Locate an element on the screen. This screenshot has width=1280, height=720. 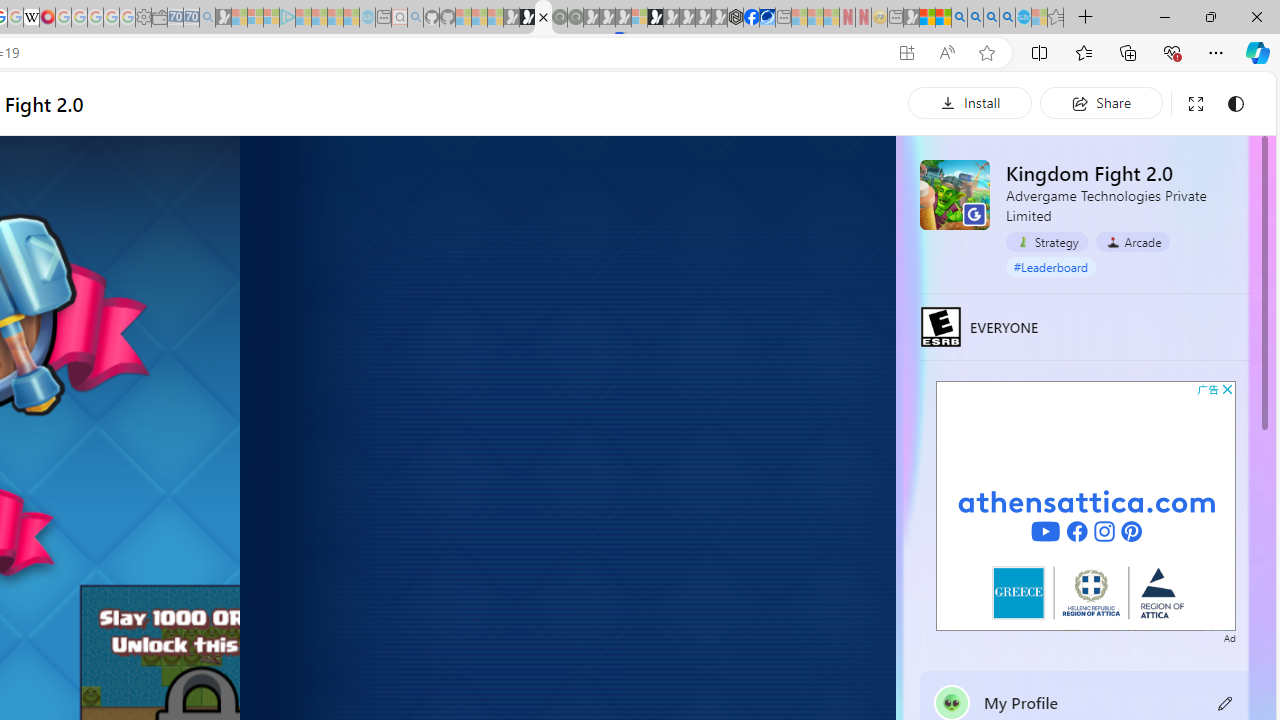
'Full screen' is located at coordinates (1195, 103).